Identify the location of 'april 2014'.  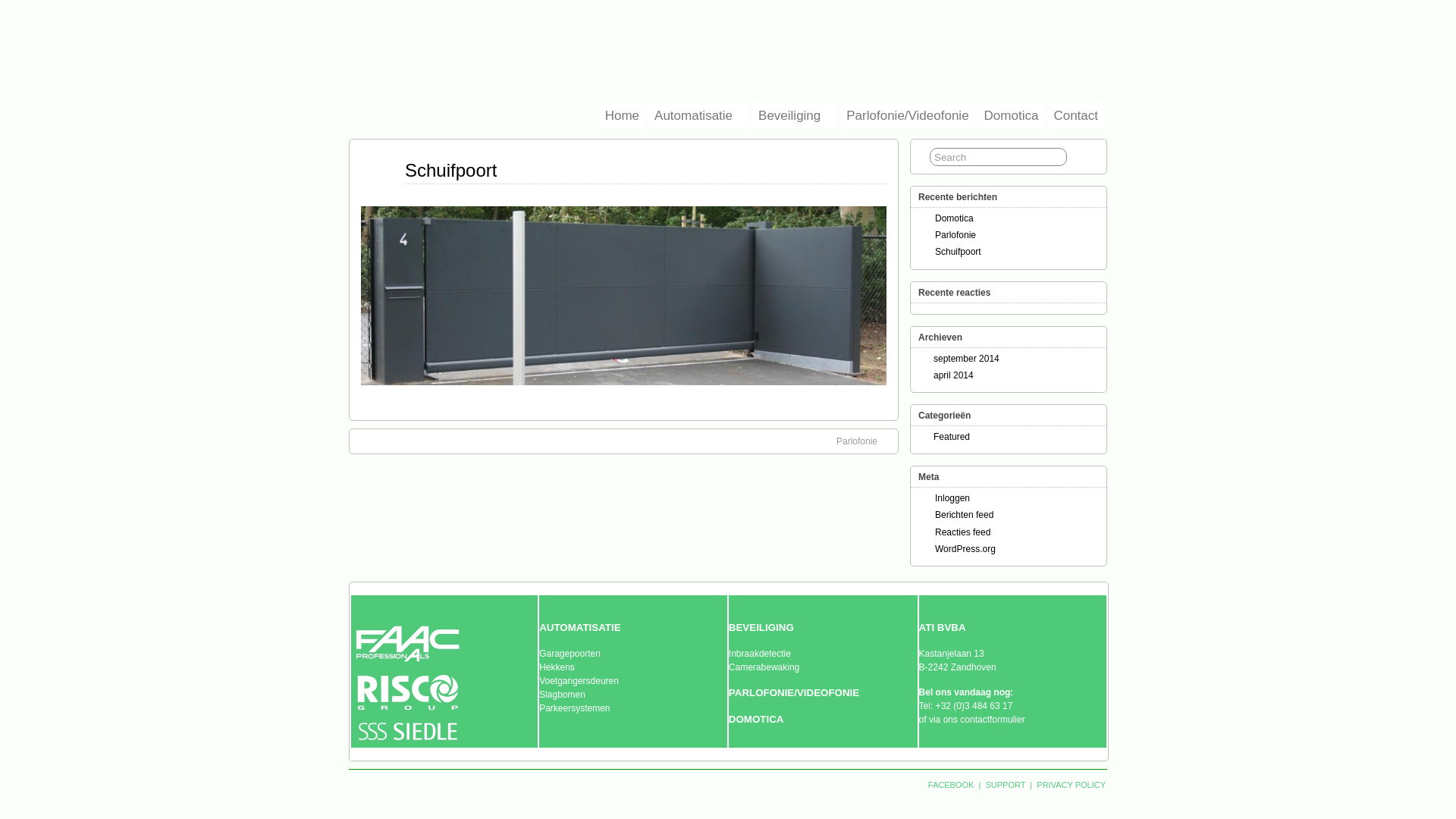
(952, 375).